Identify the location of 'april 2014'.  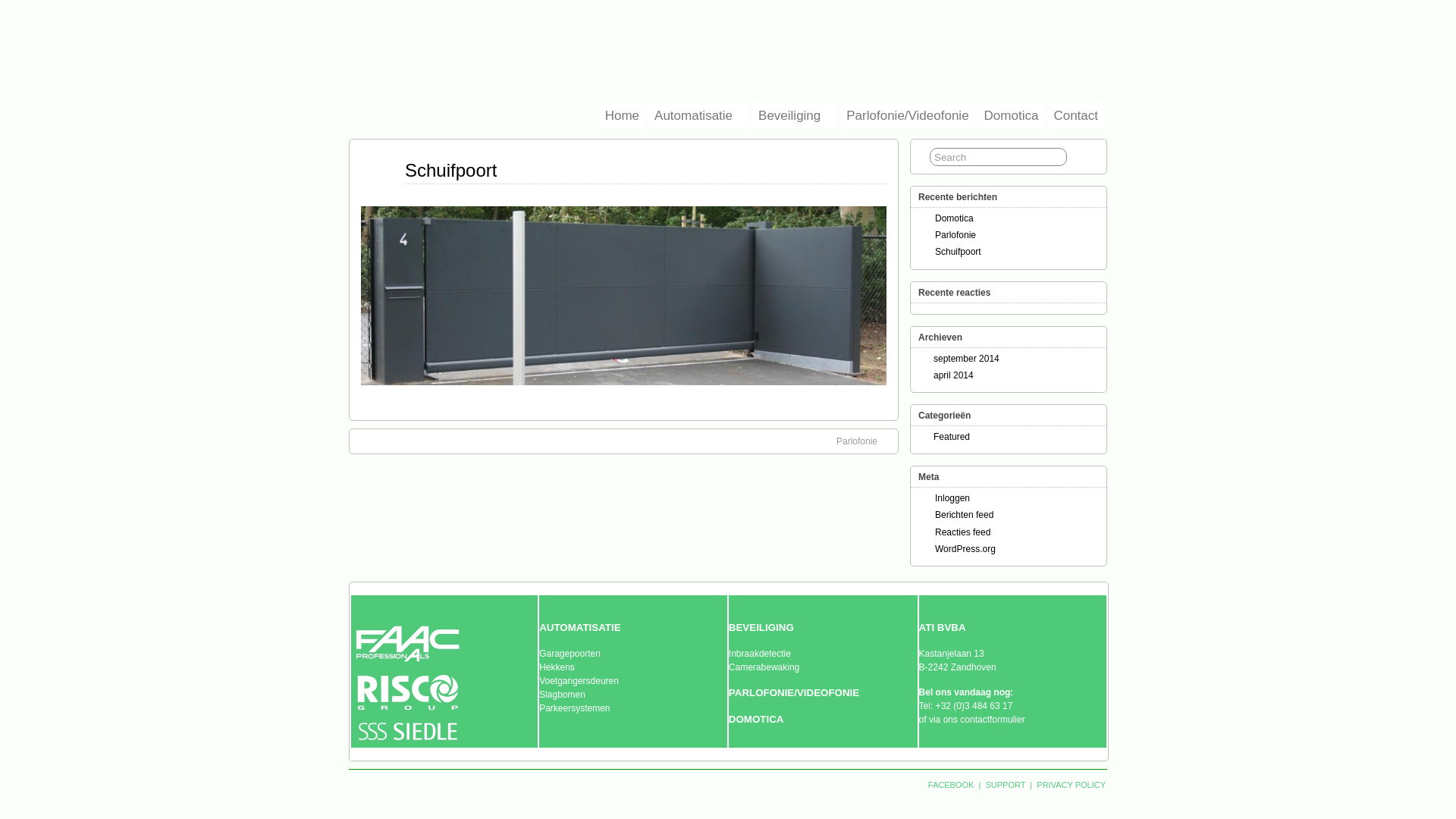
(952, 375).